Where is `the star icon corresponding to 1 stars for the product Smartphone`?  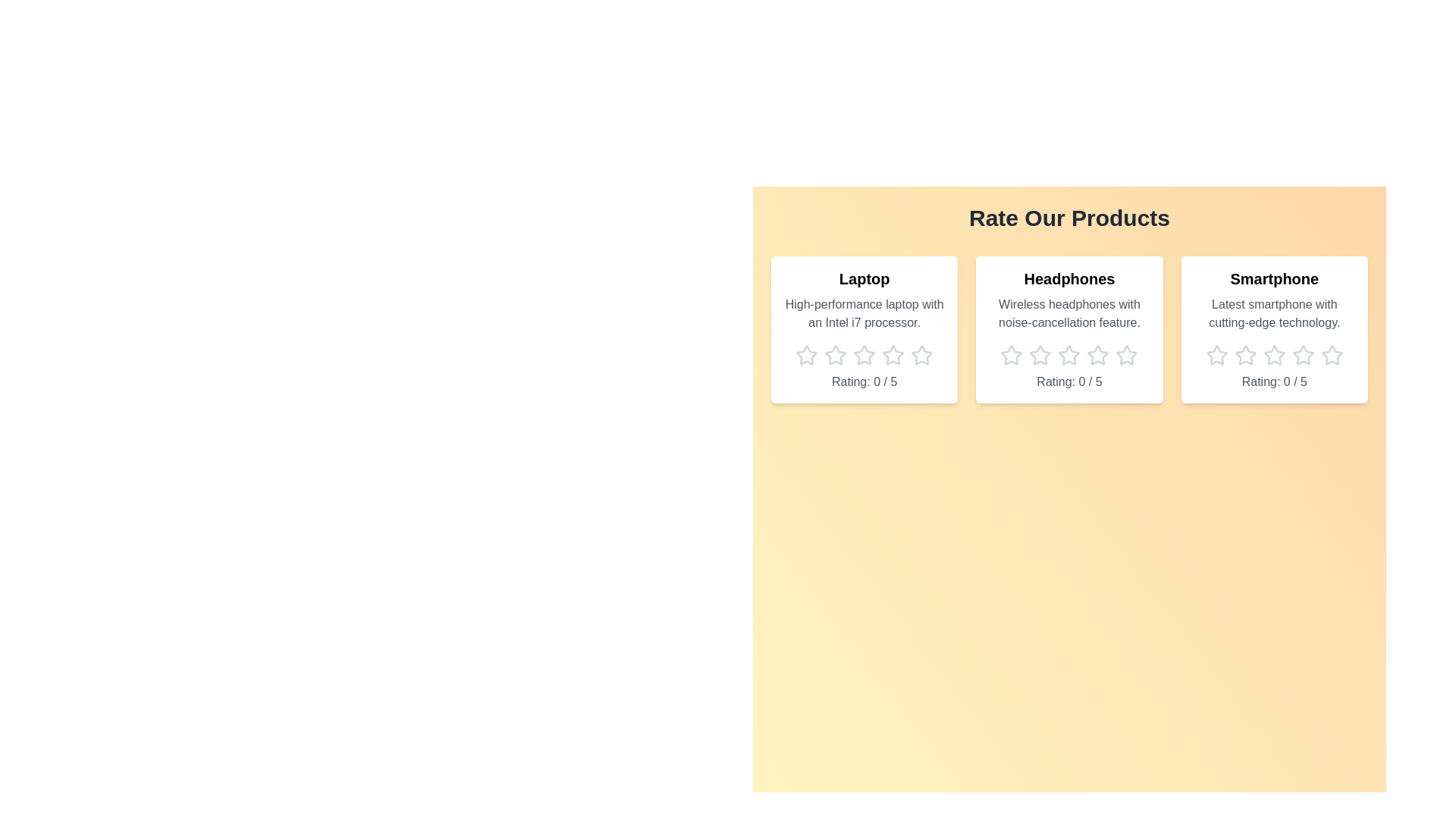 the star icon corresponding to 1 stars for the product Smartphone is located at coordinates (1216, 356).